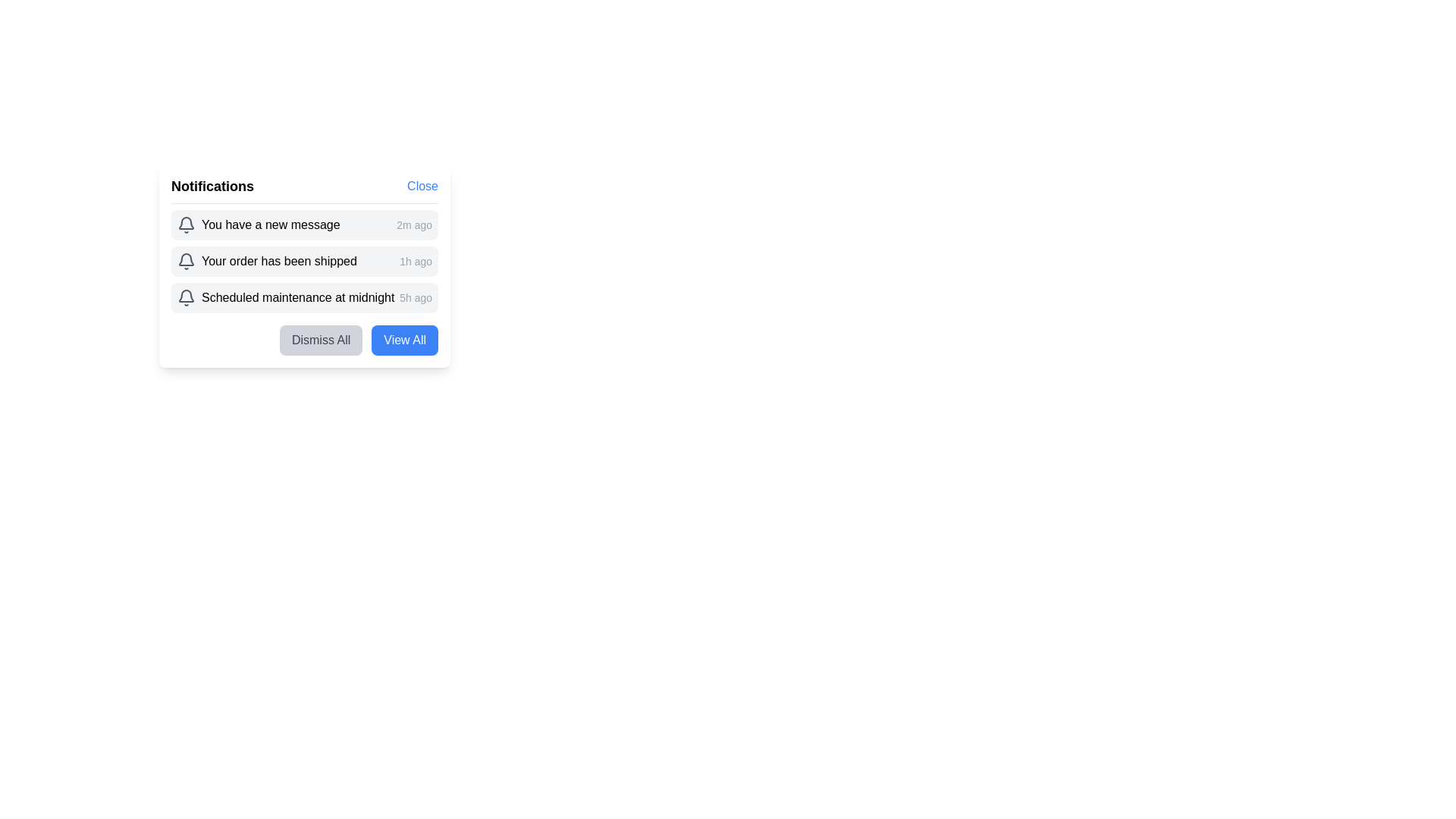 The height and width of the screenshot is (819, 1456). I want to click on the 'Close' hyperlink styled as a button located in the upper right corner of the notification panel, so click(422, 186).